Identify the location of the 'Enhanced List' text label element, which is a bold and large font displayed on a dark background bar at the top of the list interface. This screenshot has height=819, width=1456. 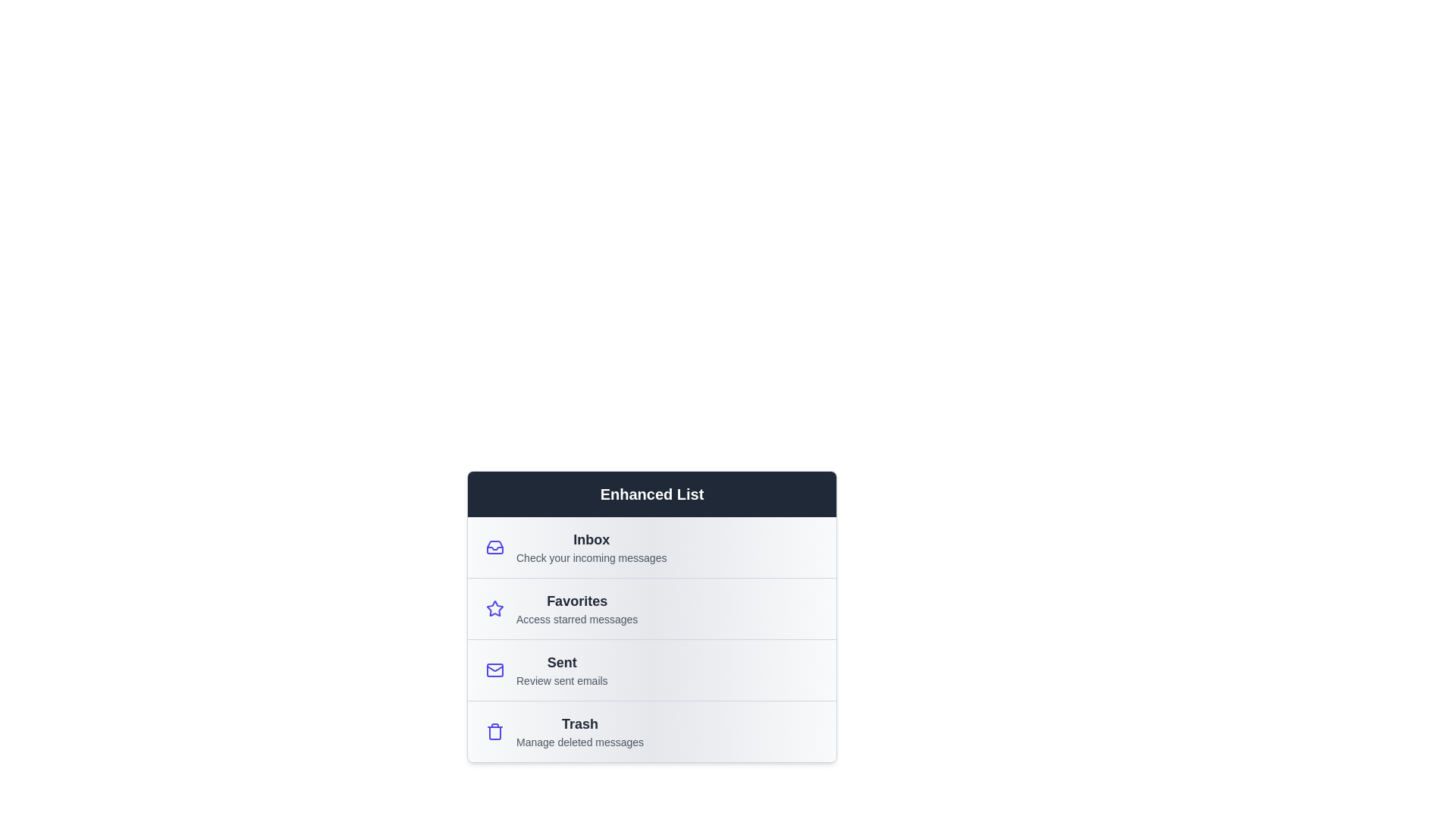
(651, 494).